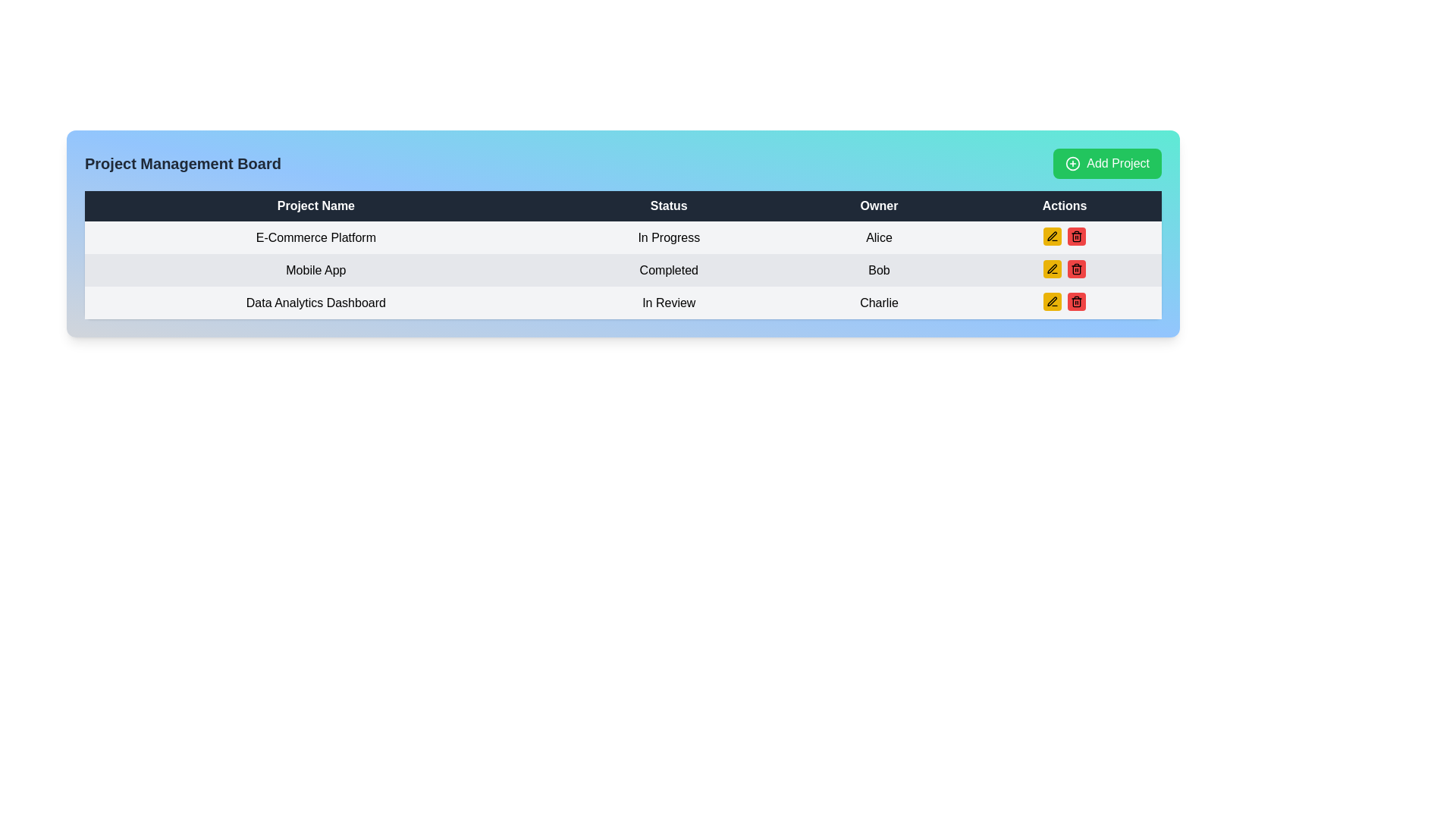 The height and width of the screenshot is (819, 1456). I want to click on the text label 'Alice' located under the 'Owner' column, so click(879, 237).